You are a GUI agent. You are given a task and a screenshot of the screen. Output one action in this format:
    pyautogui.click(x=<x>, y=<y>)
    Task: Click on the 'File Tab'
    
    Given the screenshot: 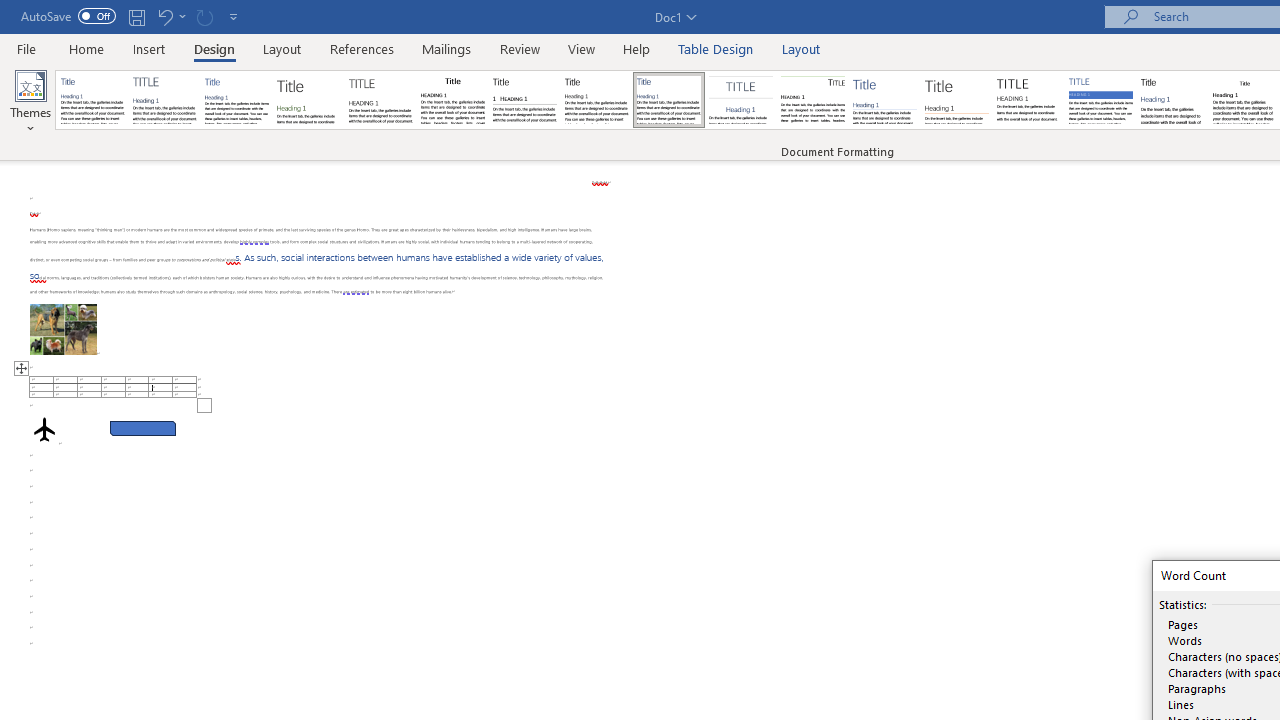 What is the action you would take?
    pyautogui.click(x=26, y=47)
    